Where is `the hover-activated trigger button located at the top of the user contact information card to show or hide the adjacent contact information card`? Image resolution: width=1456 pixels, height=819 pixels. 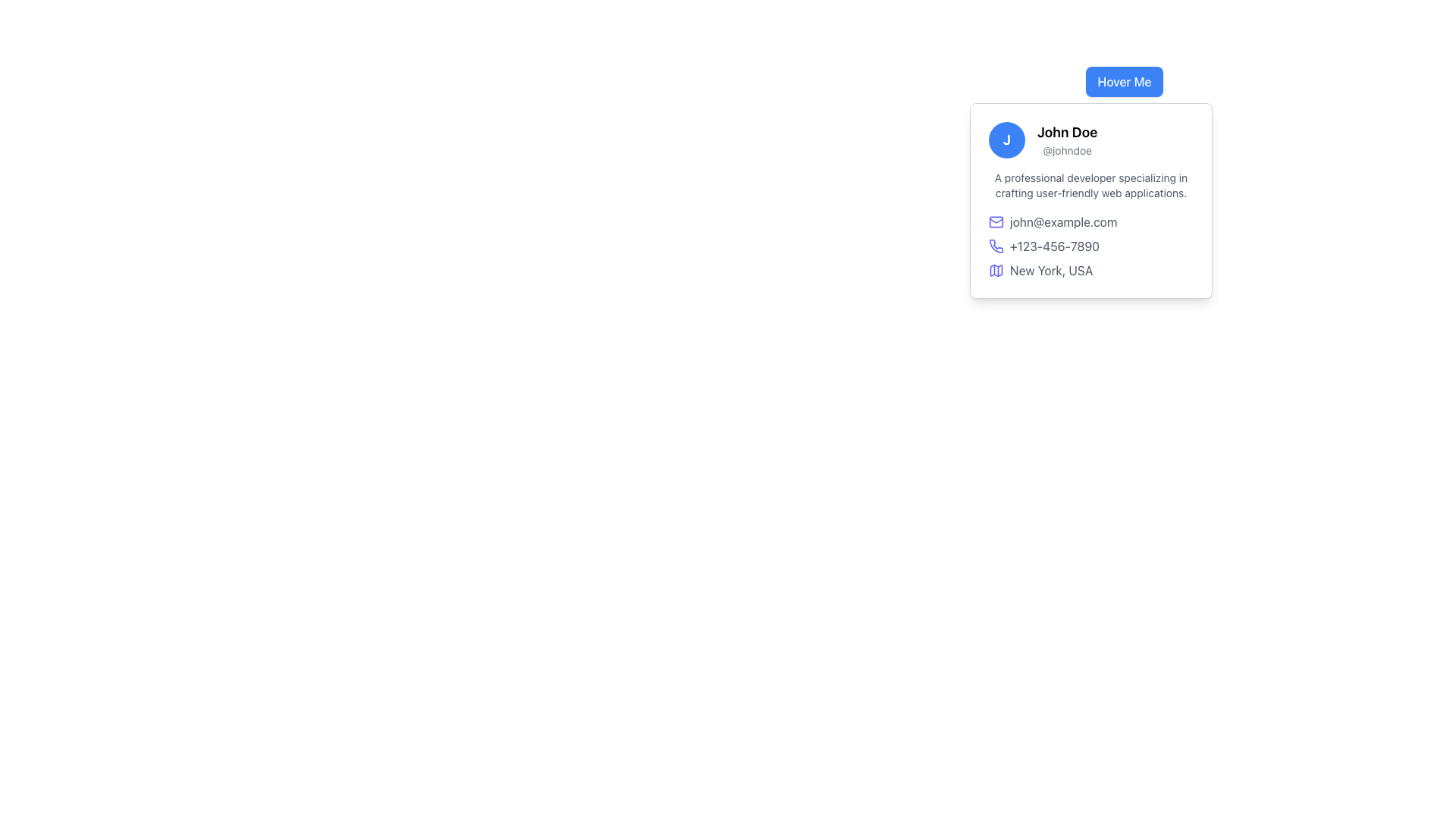 the hover-activated trigger button located at the top of the user contact information card to show or hide the adjacent contact information card is located at coordinates (1125, 82).